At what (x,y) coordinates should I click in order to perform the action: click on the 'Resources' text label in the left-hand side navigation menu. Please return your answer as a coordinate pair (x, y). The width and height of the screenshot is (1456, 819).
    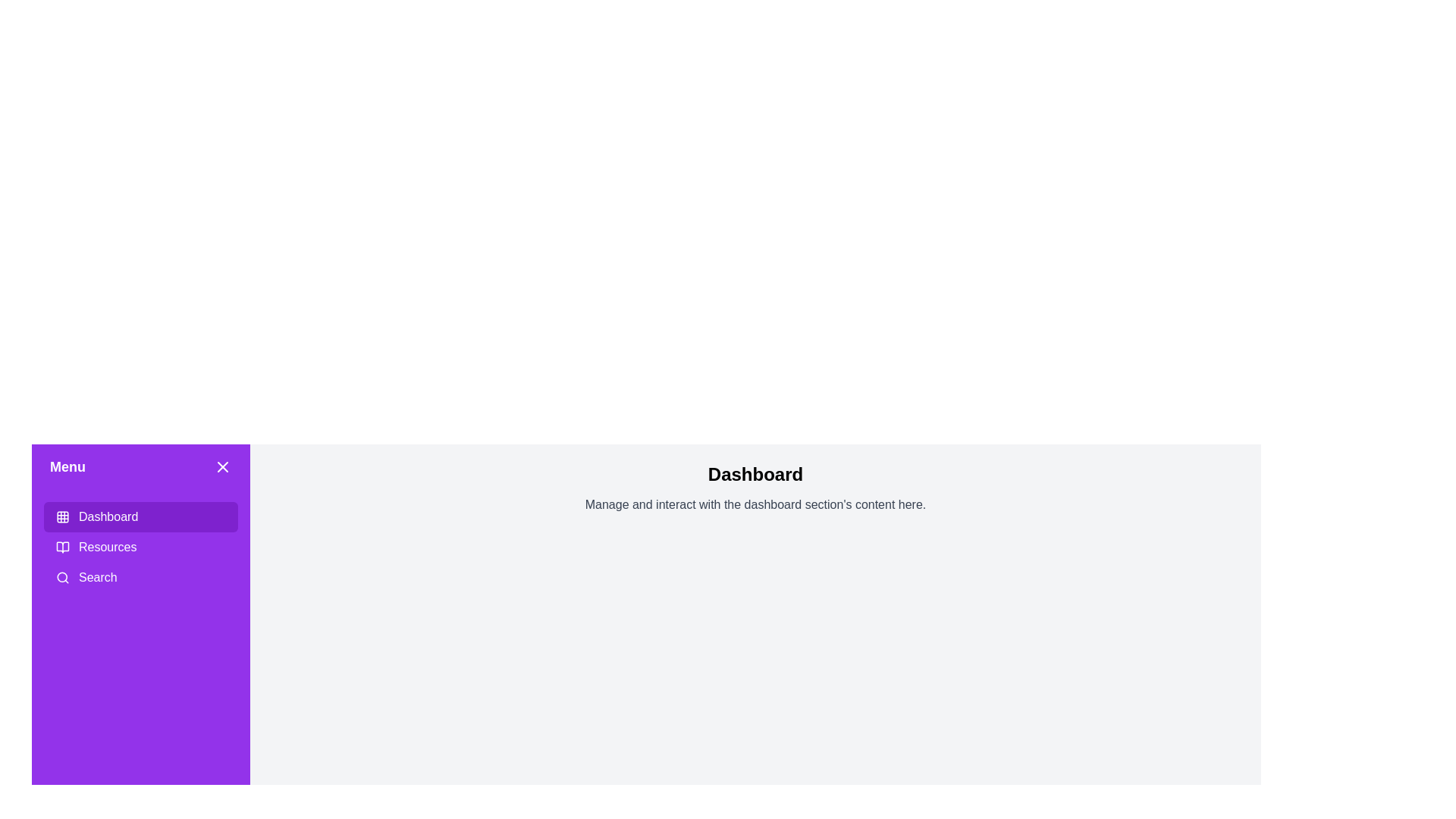
    Looking at the image, I should click on (107, 547).